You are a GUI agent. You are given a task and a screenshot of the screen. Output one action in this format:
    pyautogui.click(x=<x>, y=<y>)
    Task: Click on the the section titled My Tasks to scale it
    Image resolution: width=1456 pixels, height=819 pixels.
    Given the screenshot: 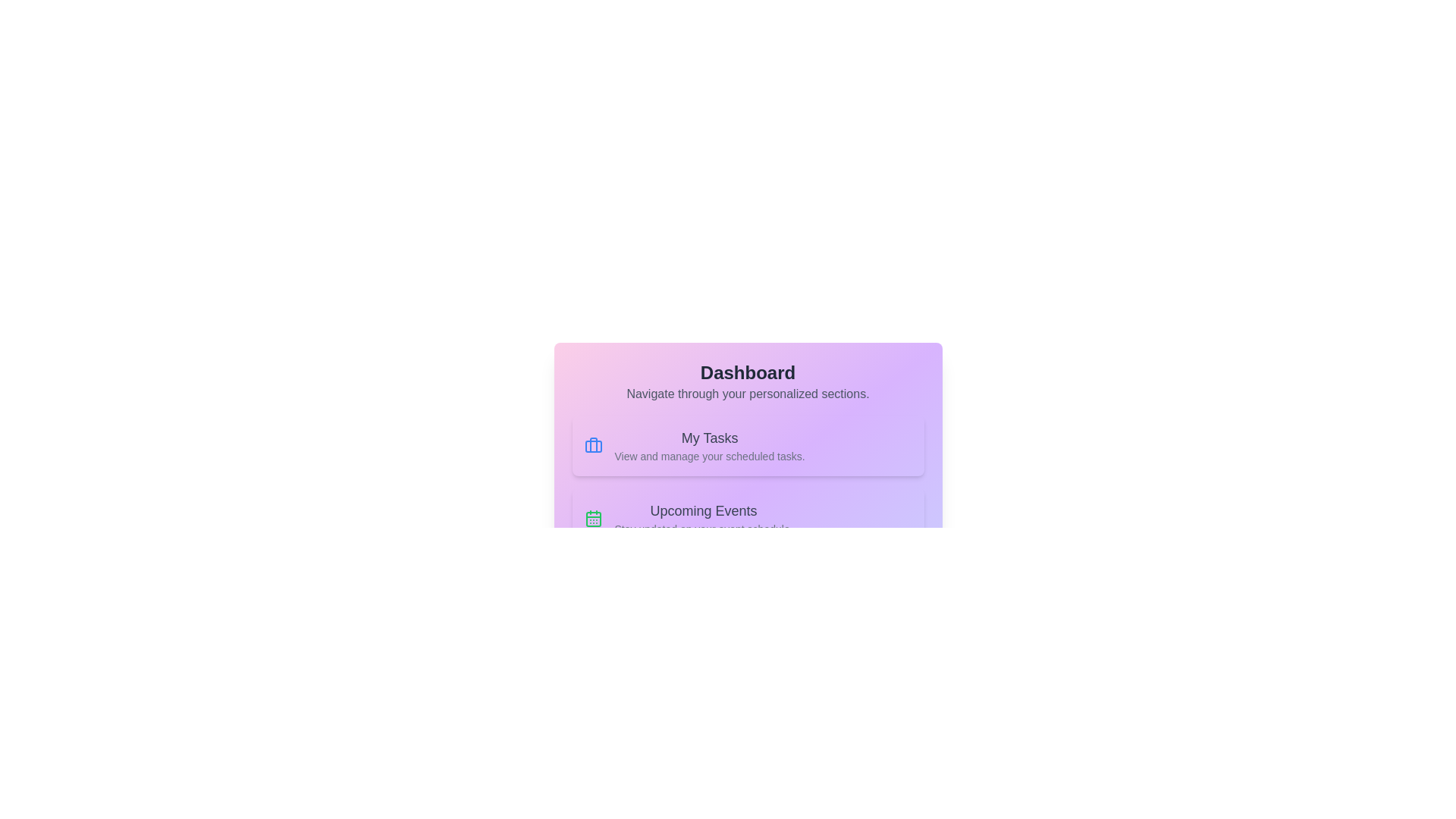 What is the action you would take?
    pyautogui.click(x=748, y=444)
    